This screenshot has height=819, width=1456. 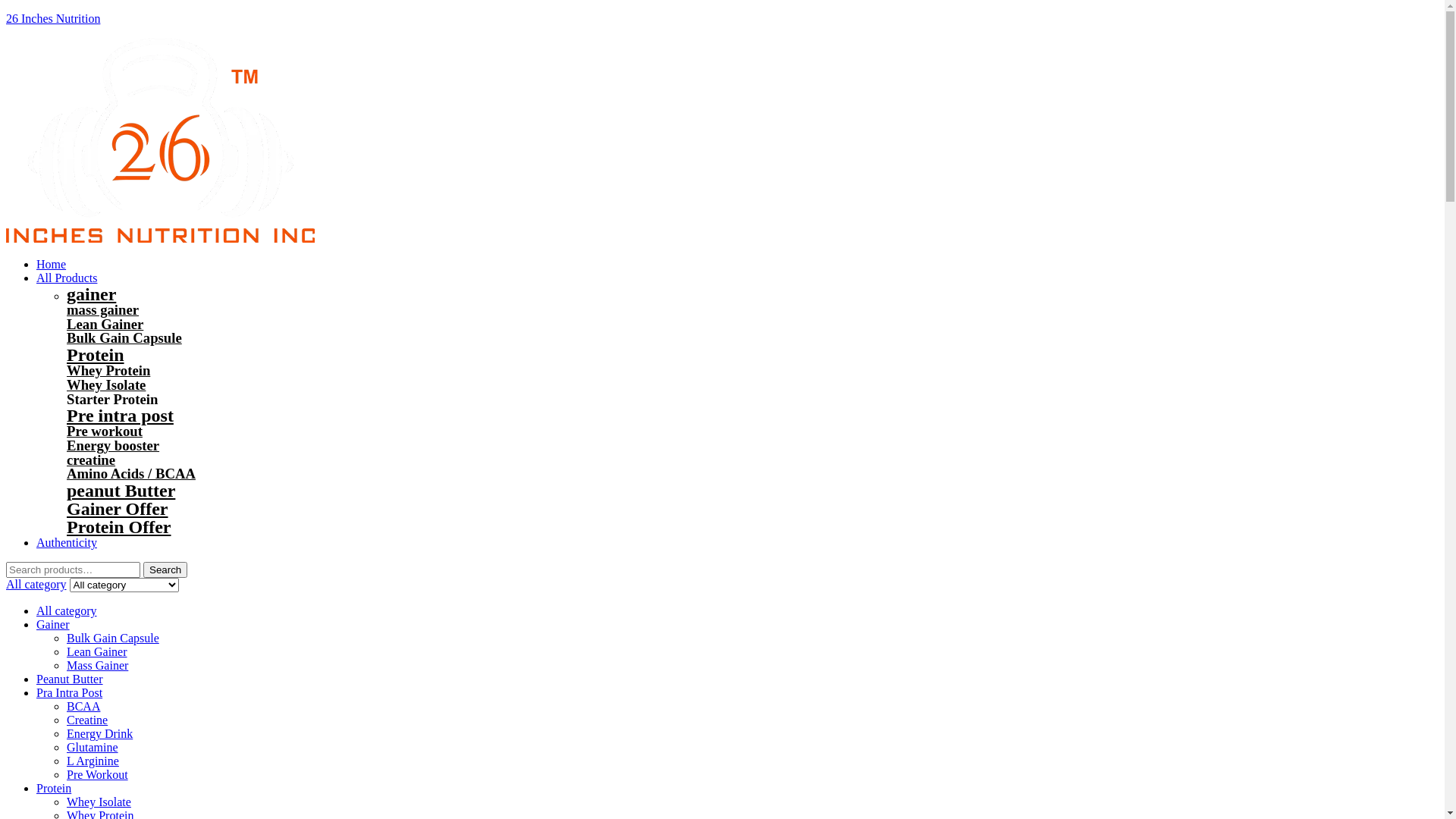 I want to click on 'Bulk Gain Capsule', so click(x=124, y=337).